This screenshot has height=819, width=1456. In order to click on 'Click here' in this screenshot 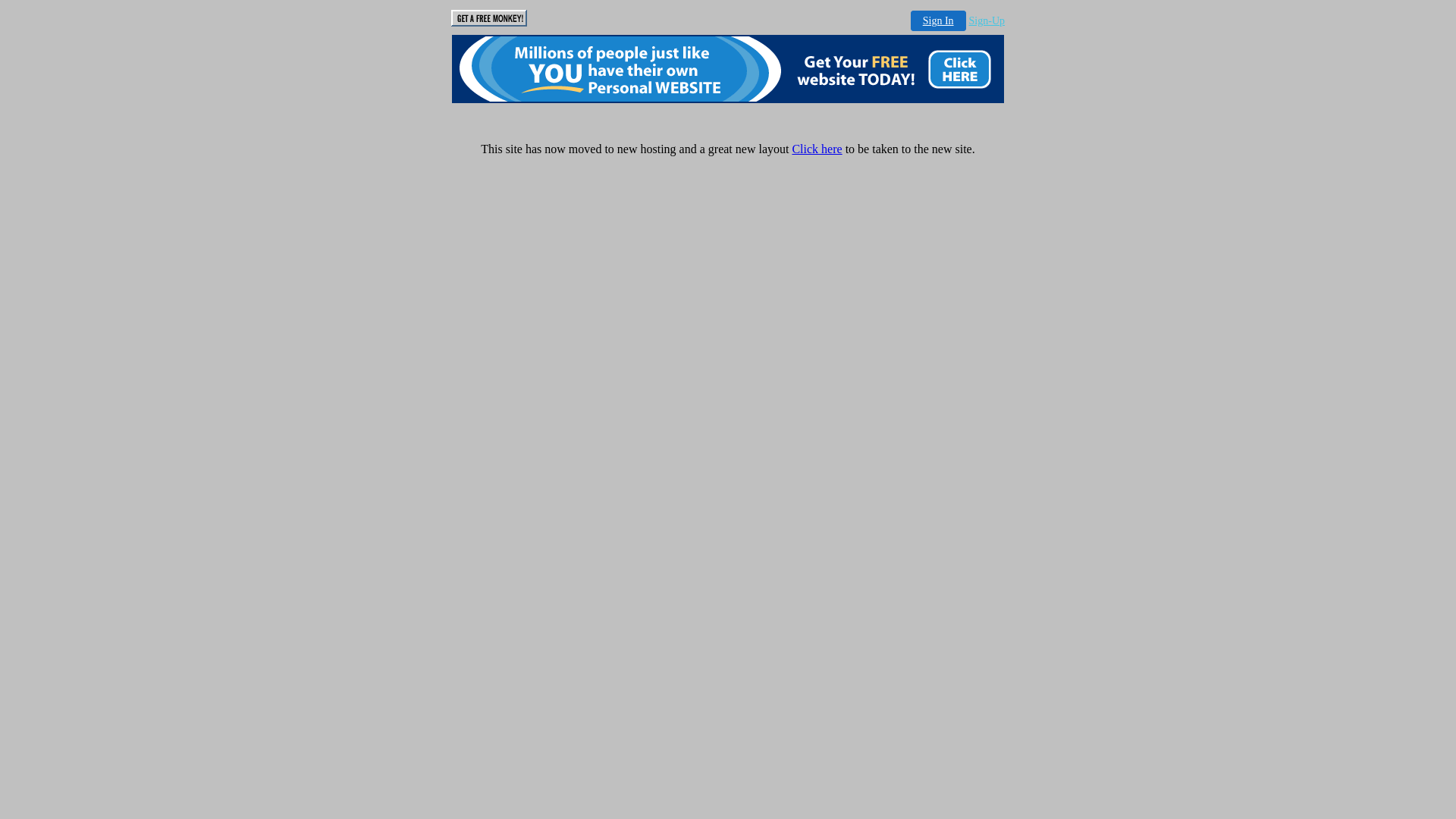, I will do `click(815, 149)`.